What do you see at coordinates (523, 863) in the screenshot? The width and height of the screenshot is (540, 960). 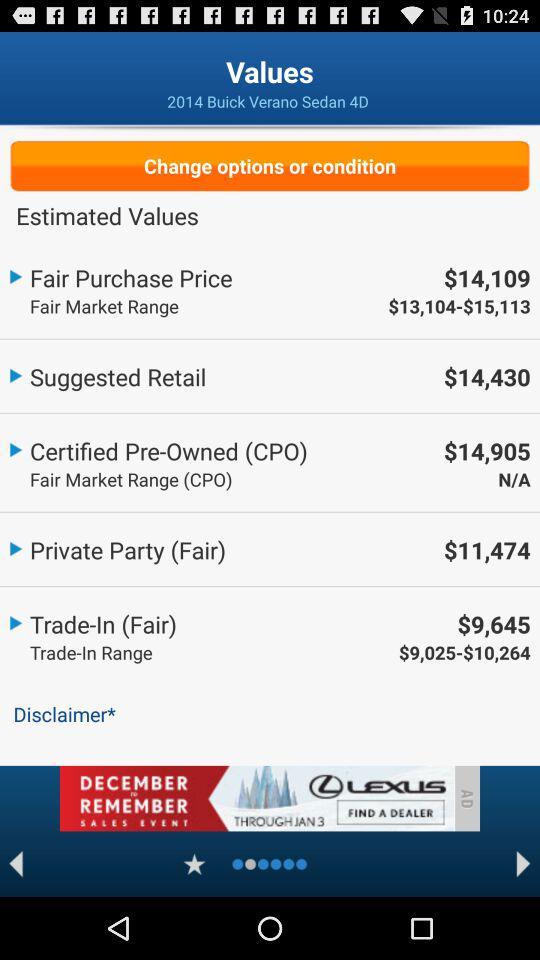 I see `go forward` at bounding box center [523, 863].